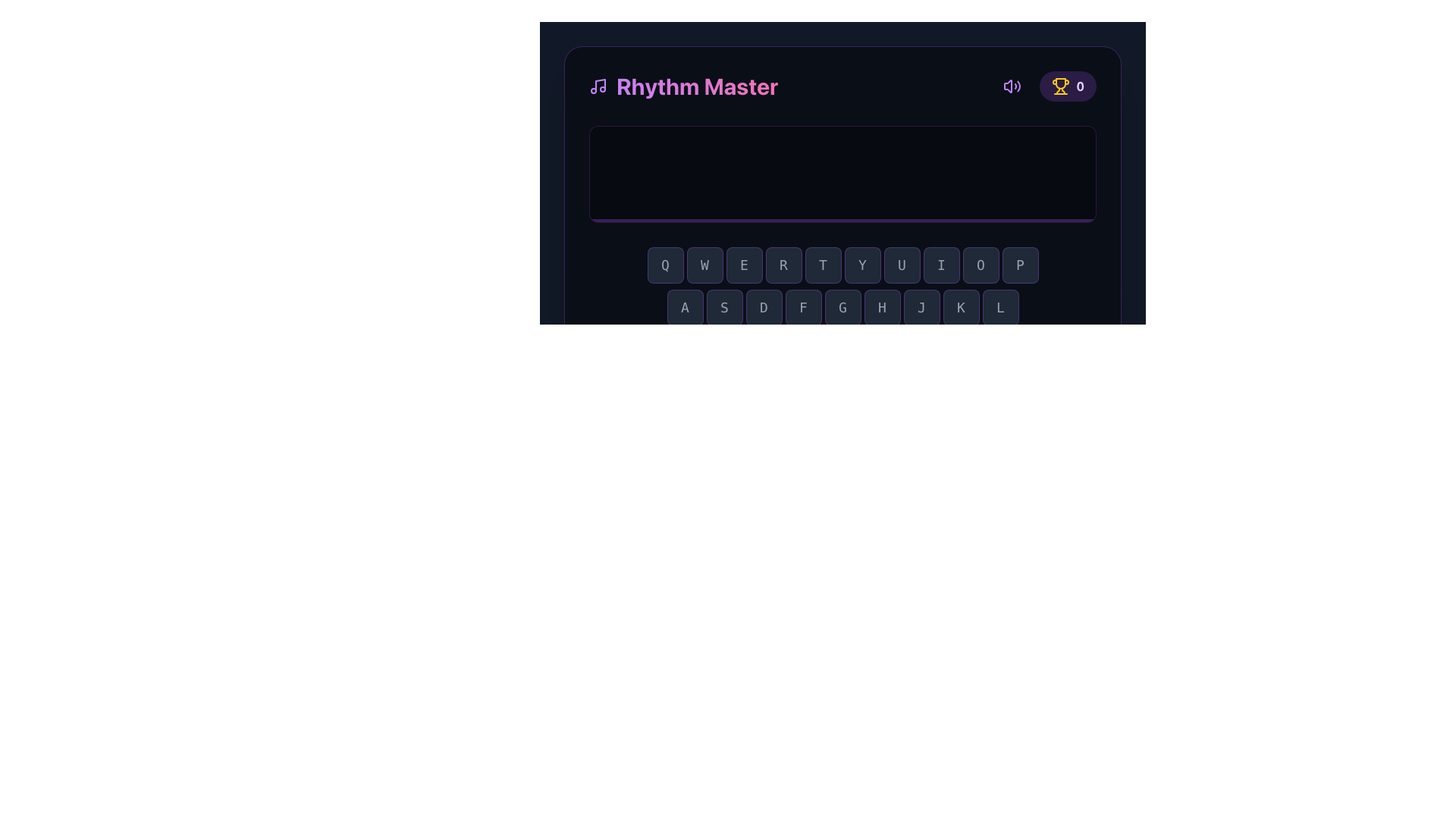 The height and width of the screenshot is (819, 1456). What do you see at coordinates (921, 307) in the screenshot?
I see `the button displaying 'J' in a mono-styled font, located in the bottom section of the interface as the eighth button in the sequence 'ASDFGHJKL'` at bounding box center [921, 307].